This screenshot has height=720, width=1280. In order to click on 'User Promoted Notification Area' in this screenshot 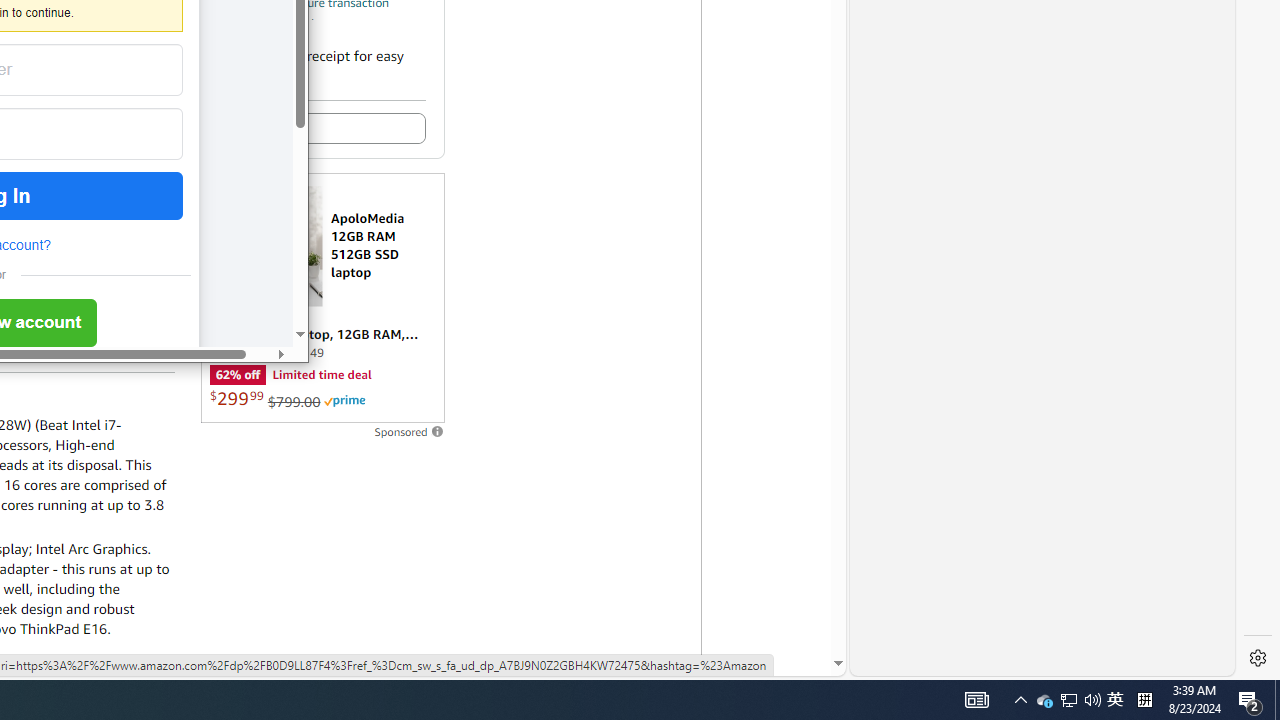, I will do `click(1044, 698)`.